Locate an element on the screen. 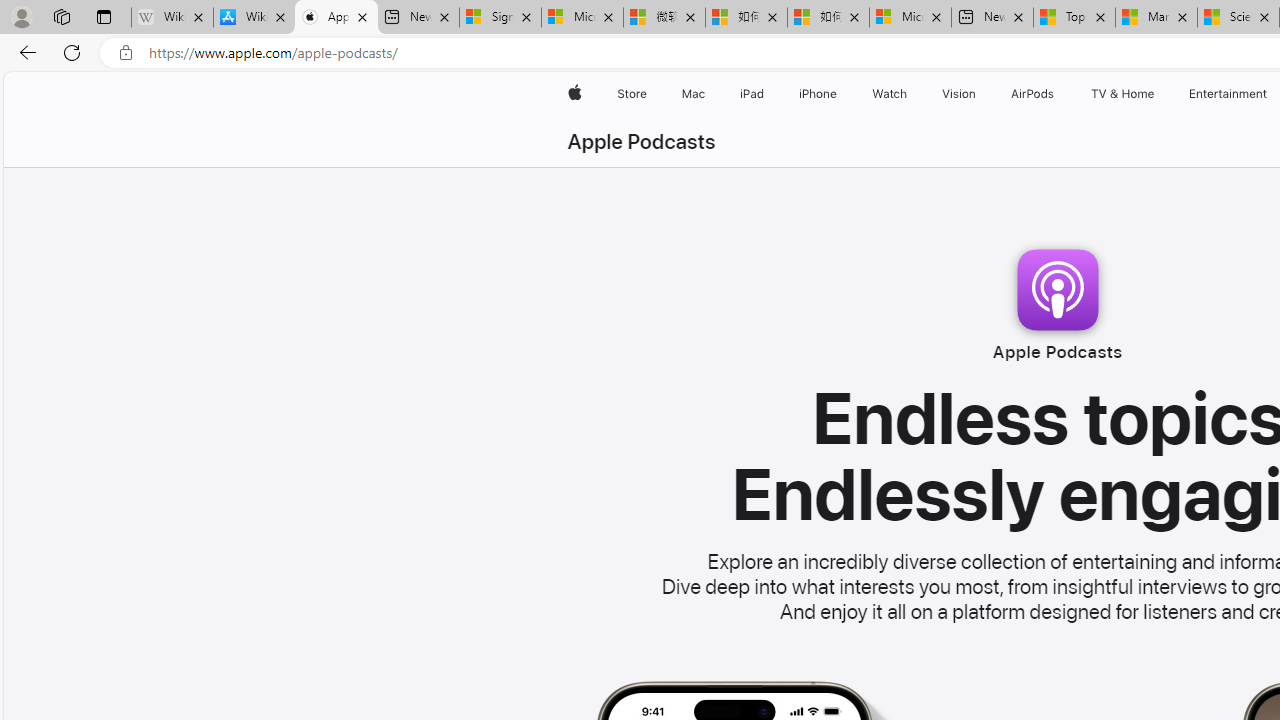 The height and width of the screenshot is (720, 1280). 'AirPods' is located at coordinates (1032, 93).